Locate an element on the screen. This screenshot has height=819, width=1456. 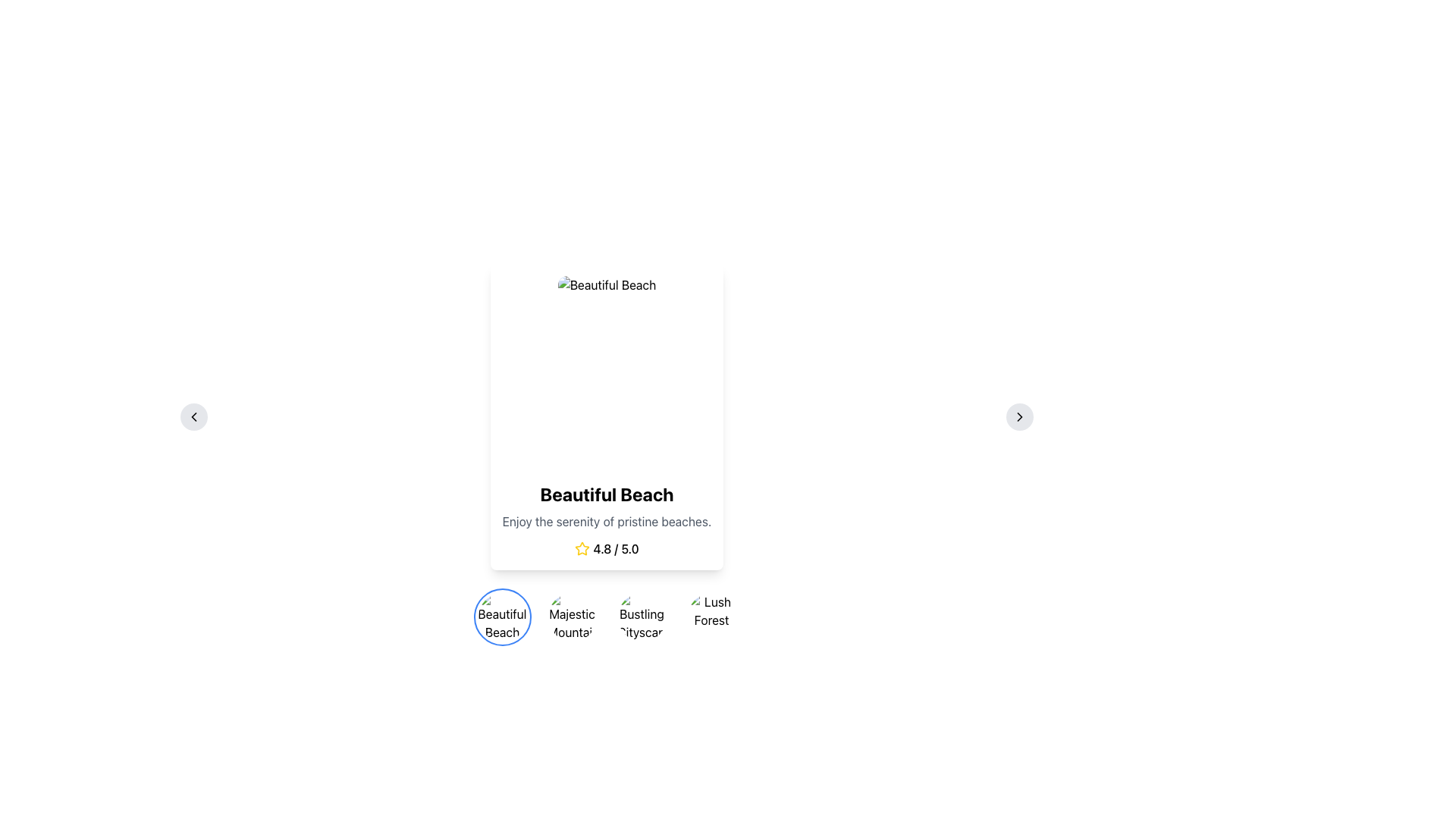
the chevron arrow SVG icon, which signifies navigation and is located towards the center of the page layout is located at coordinates (1019, 417).